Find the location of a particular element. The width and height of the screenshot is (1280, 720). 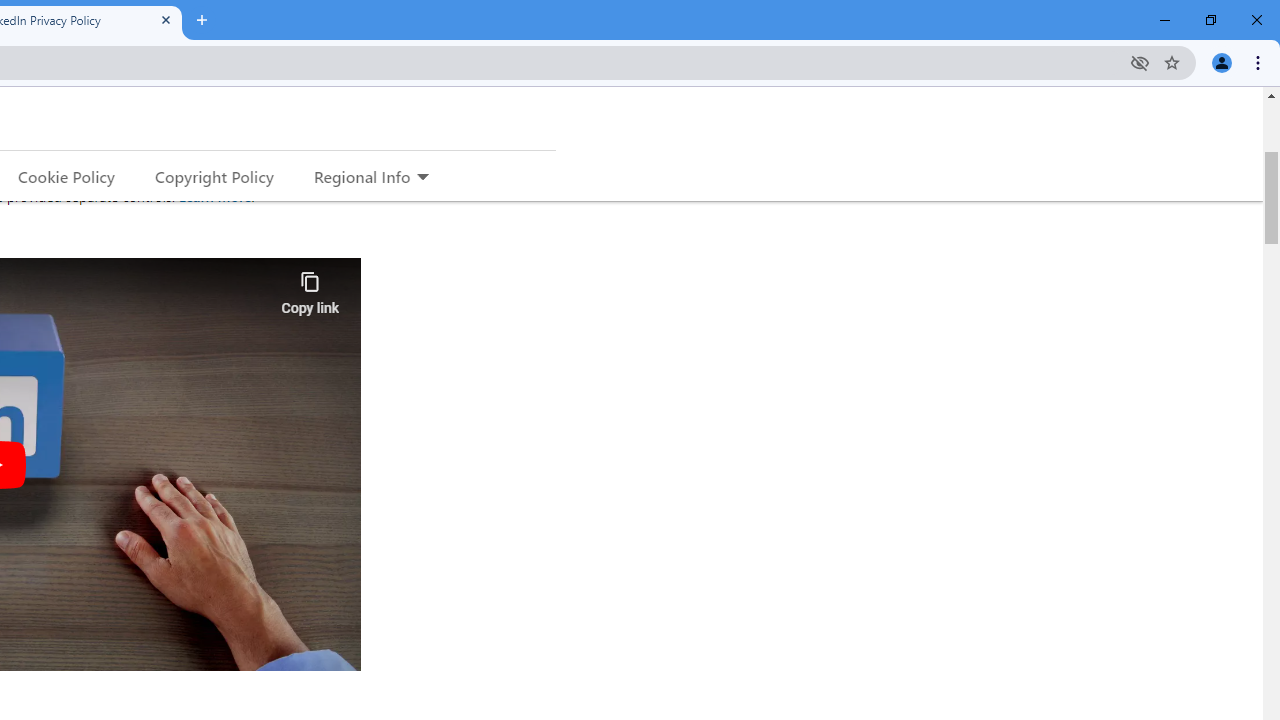

'Learn More' is located at coordinates (215, 196).